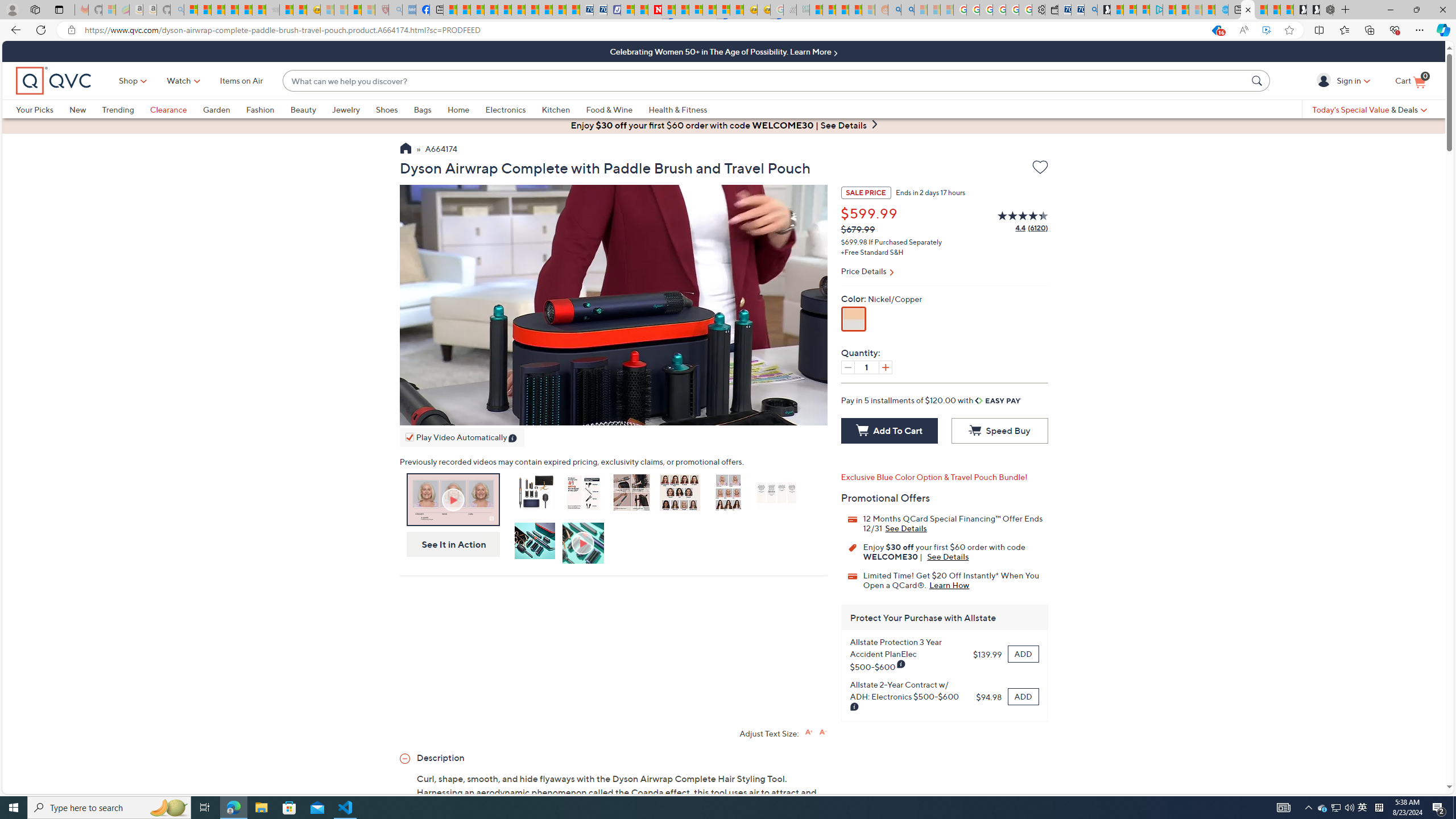 The height and width of the screenshot is (819, 1456). Describe the element at coordinates (302, 109) in the screenshot. I see `'Beauty'` at that location.